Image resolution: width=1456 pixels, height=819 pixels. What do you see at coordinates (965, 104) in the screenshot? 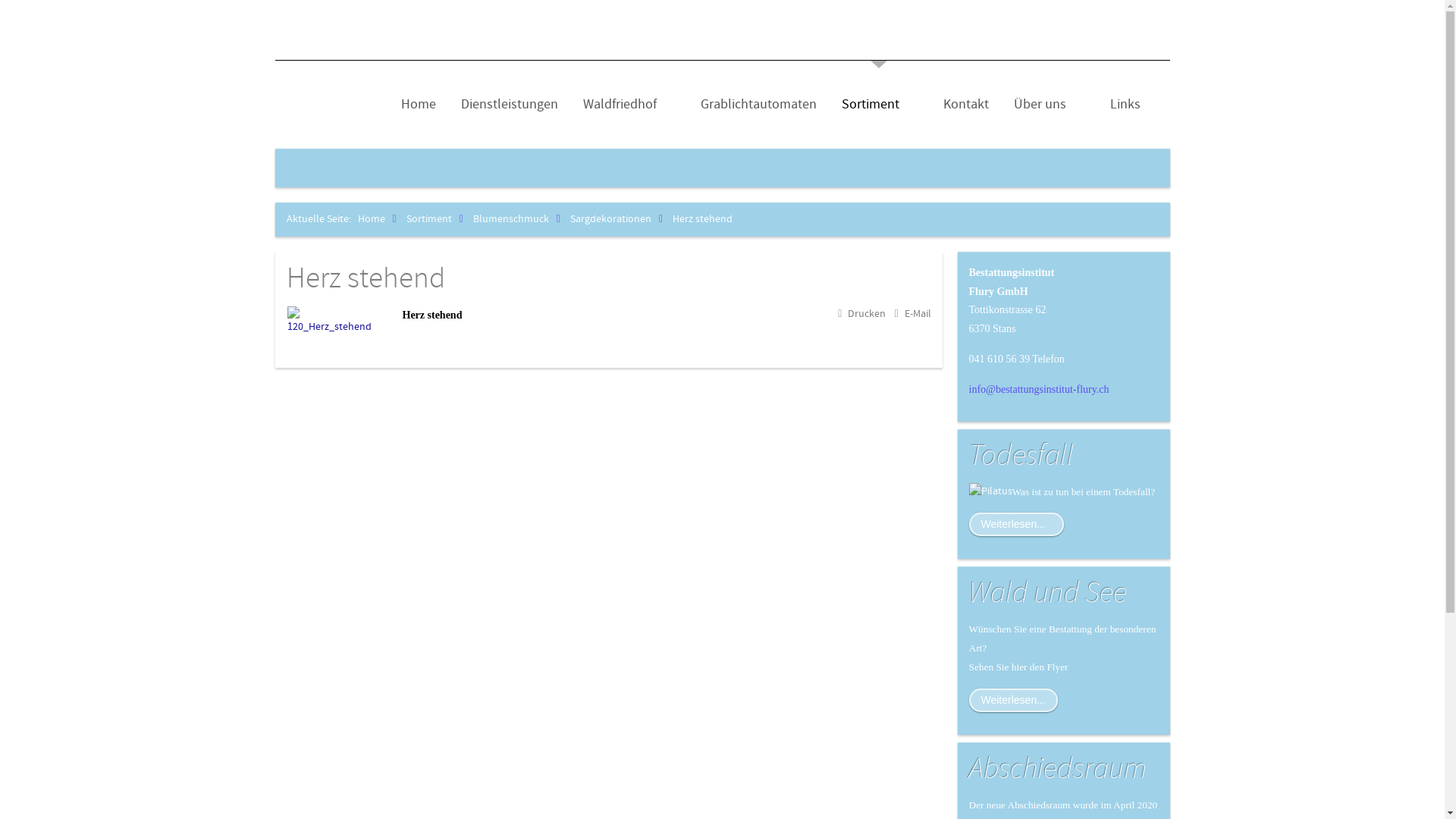
I see `'Kontakt'` at bounding box center [965, 104].